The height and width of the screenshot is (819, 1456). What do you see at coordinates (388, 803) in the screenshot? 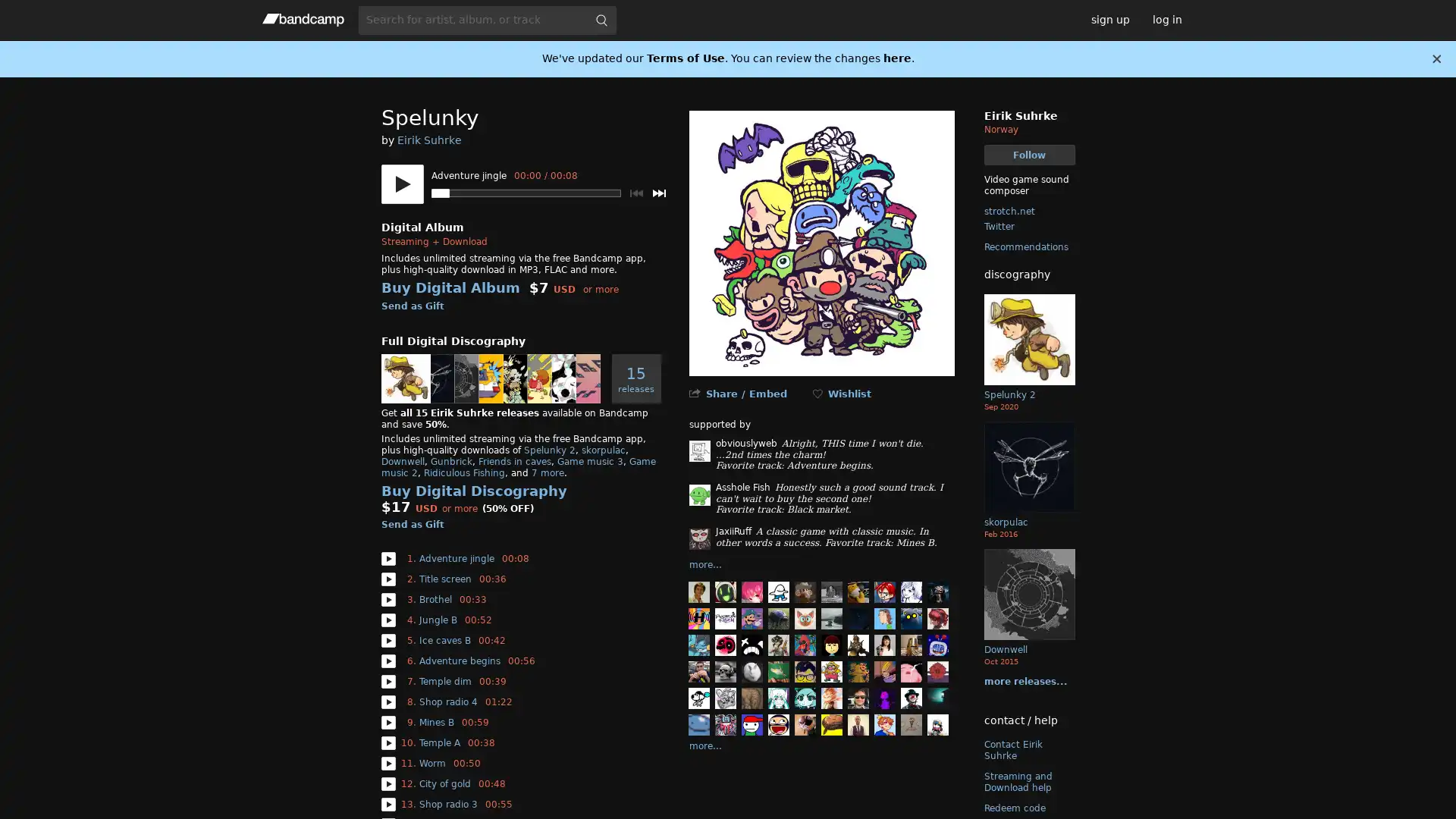
I see `Play Shop radio 3` at bounding box center [388, 803].